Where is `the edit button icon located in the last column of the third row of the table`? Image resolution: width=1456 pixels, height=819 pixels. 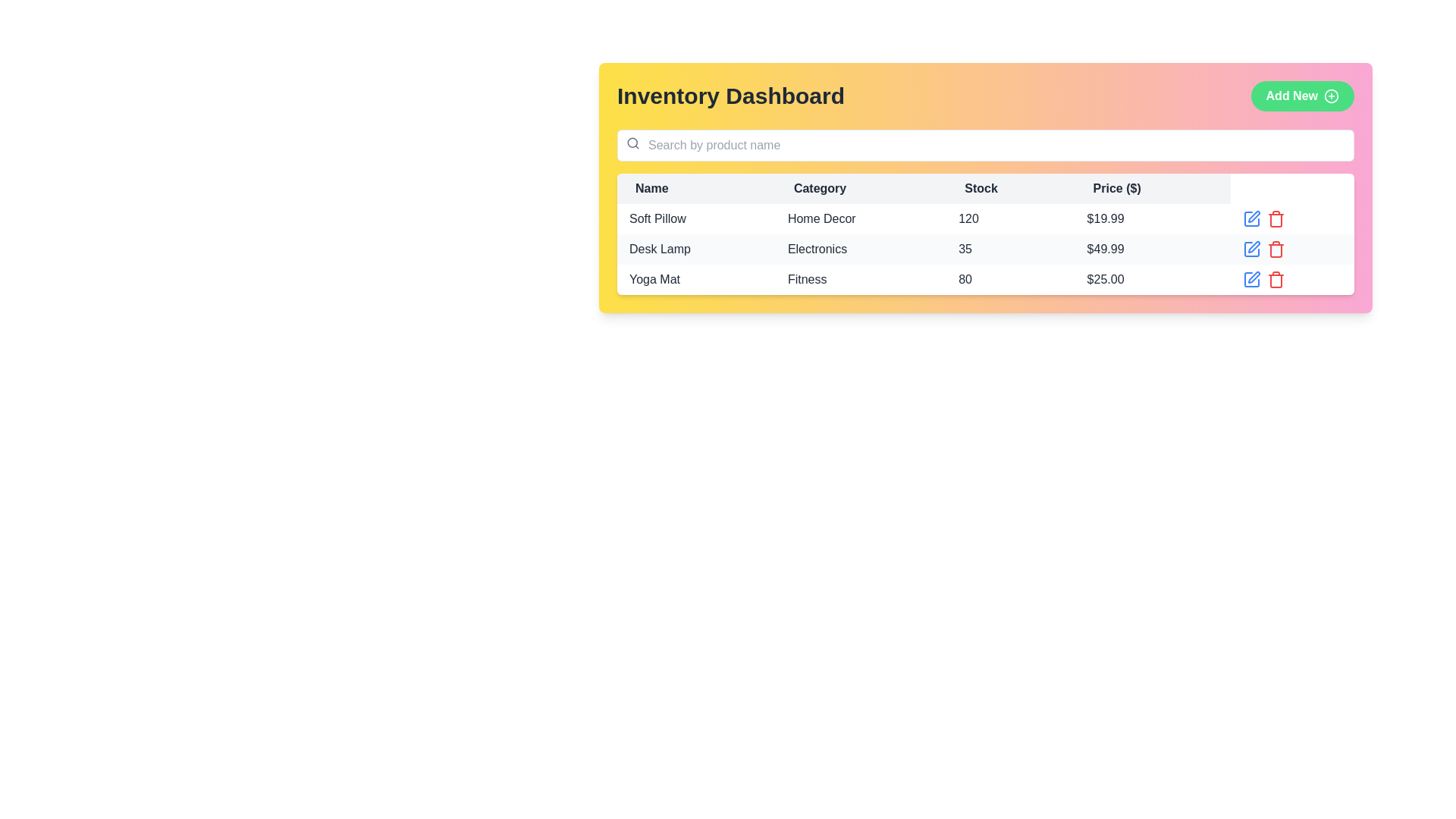 the edit button icon located in the last column of the third row of the table is located at coordinates (1254, 278).